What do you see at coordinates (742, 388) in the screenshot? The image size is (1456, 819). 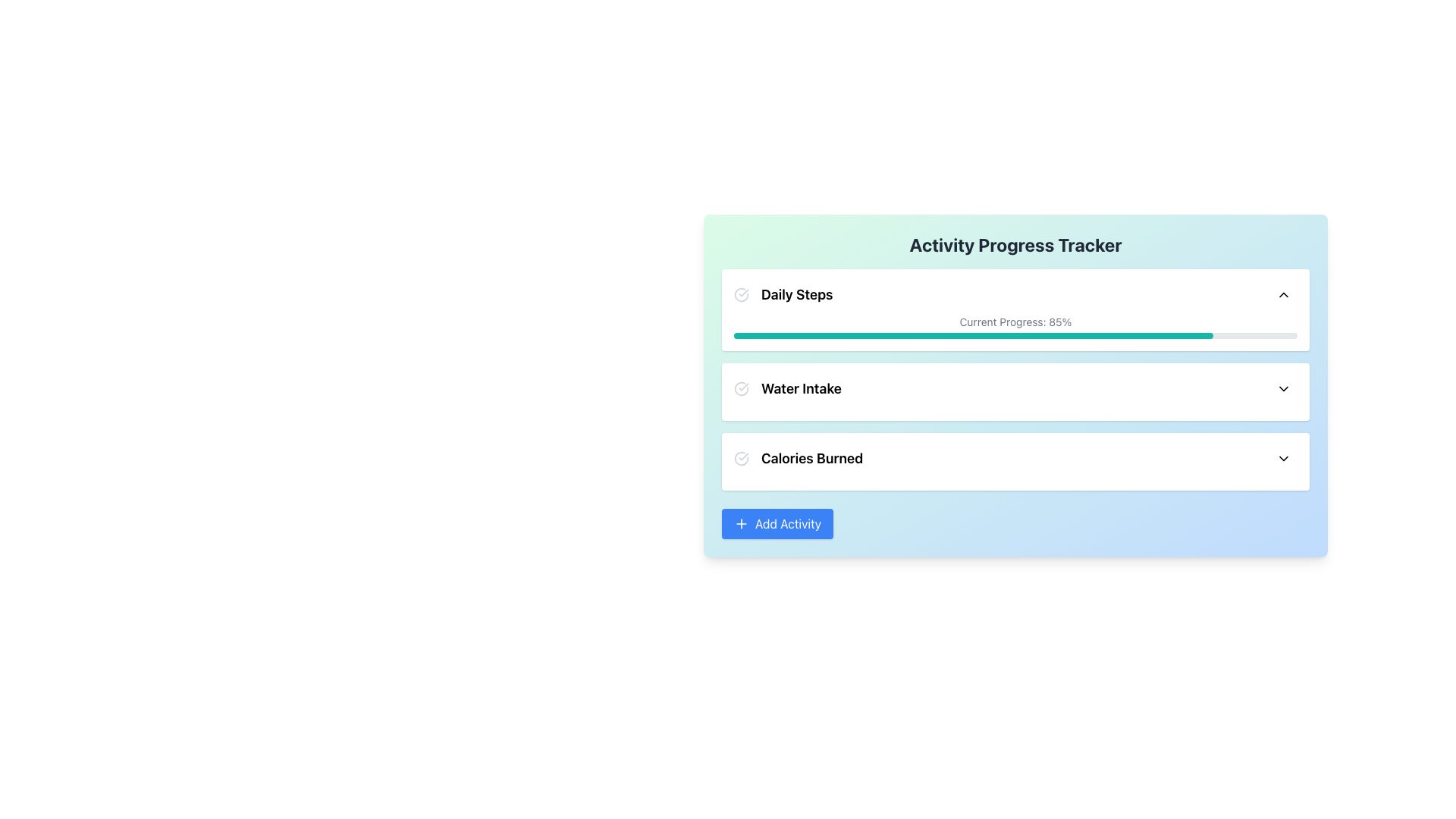 I see `the circular gray icon with a checkmark in the center, located to the left of the 'Water Intake' text in the 'Activity Progress Tracker' widget` at bounding box center [742, 388].